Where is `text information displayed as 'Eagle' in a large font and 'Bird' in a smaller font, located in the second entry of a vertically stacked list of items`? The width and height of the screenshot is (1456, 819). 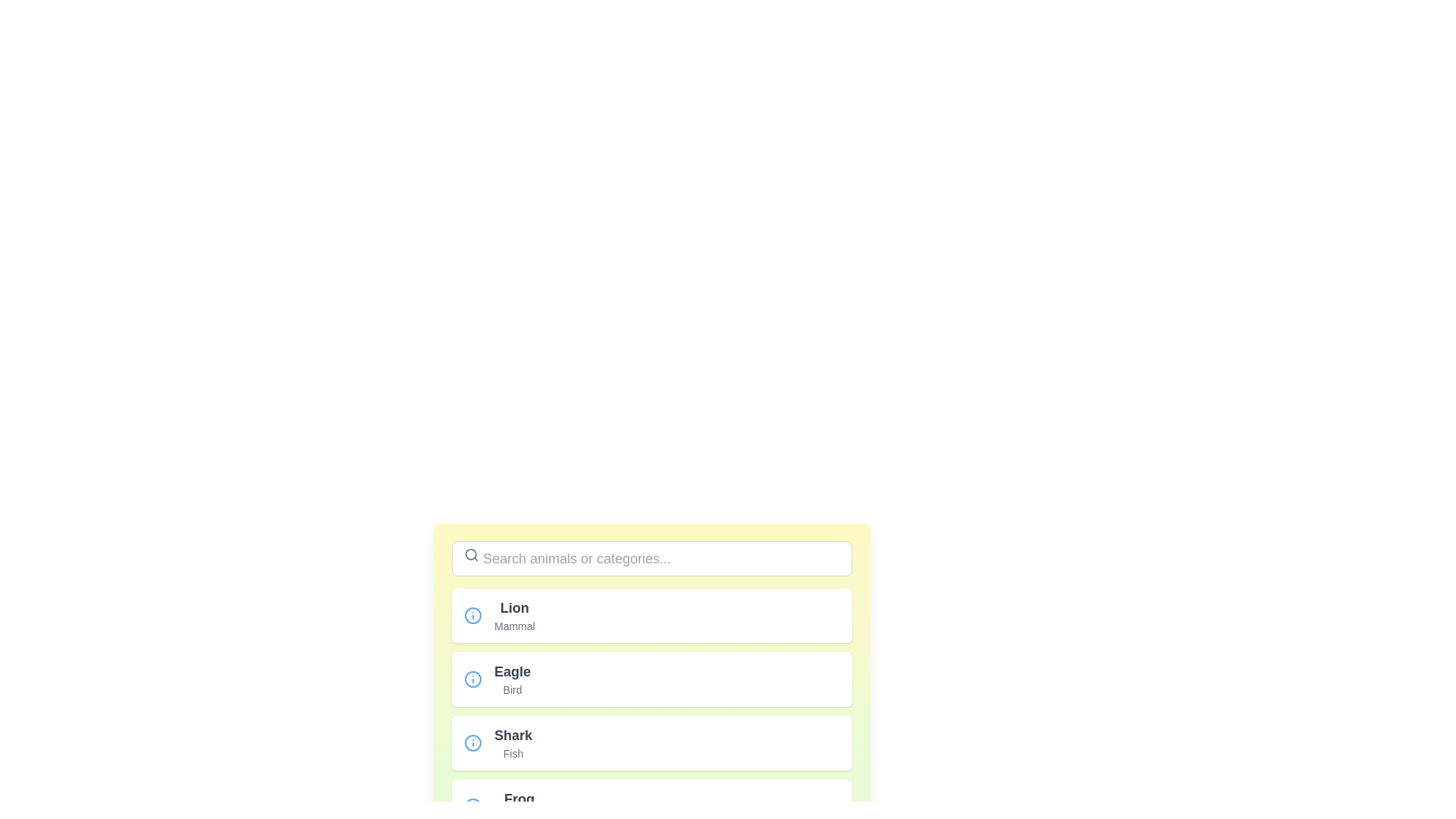 text information displayed as 'Eagle' in a large font and 'Bird' in a smaller font, located in the second entry of a vertically stacked list of items is located at coordinates (513, 678).